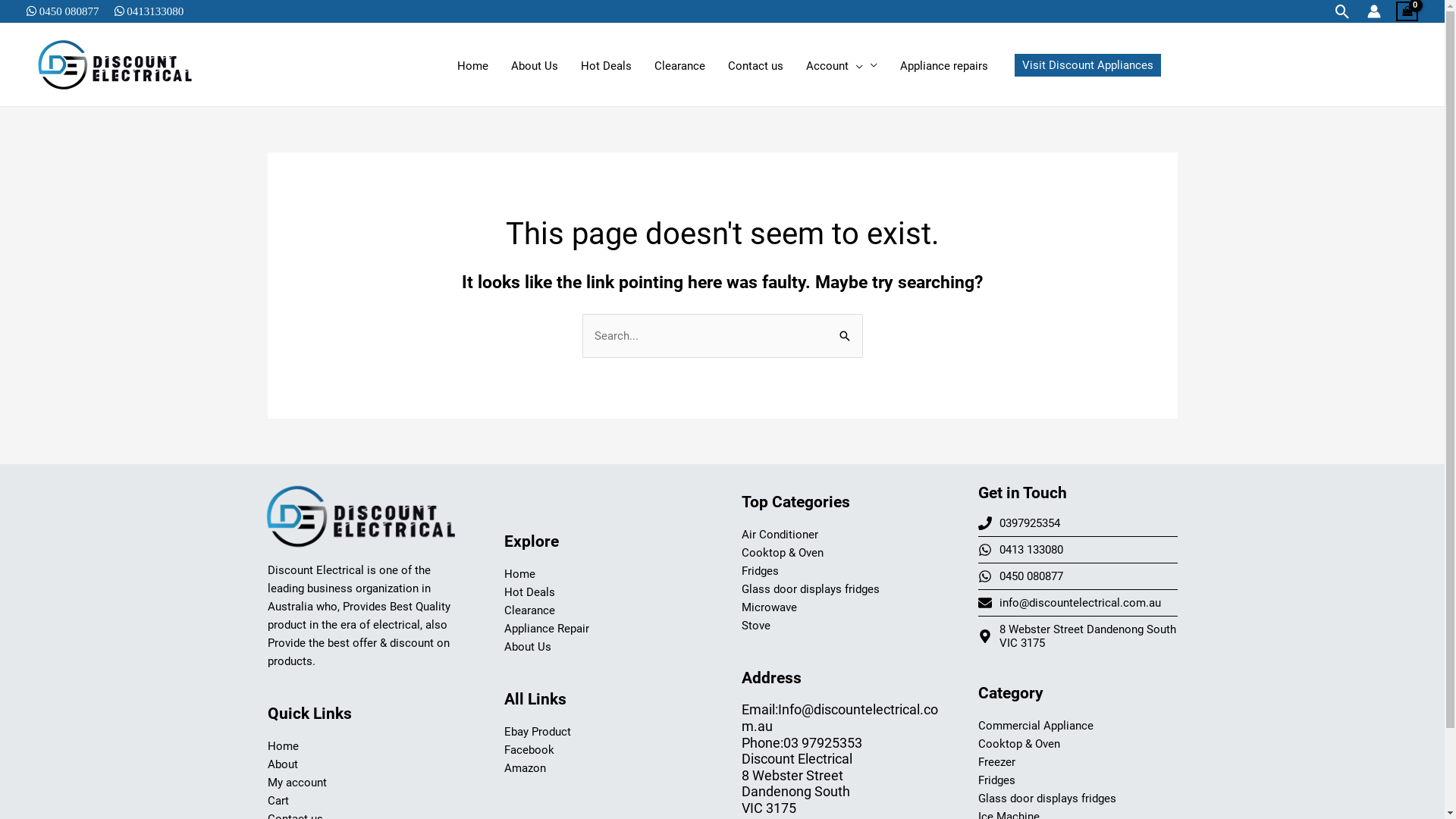  Describe the element at coordinates (282, 745) in the screenshot. I see `'Home'` at that location.